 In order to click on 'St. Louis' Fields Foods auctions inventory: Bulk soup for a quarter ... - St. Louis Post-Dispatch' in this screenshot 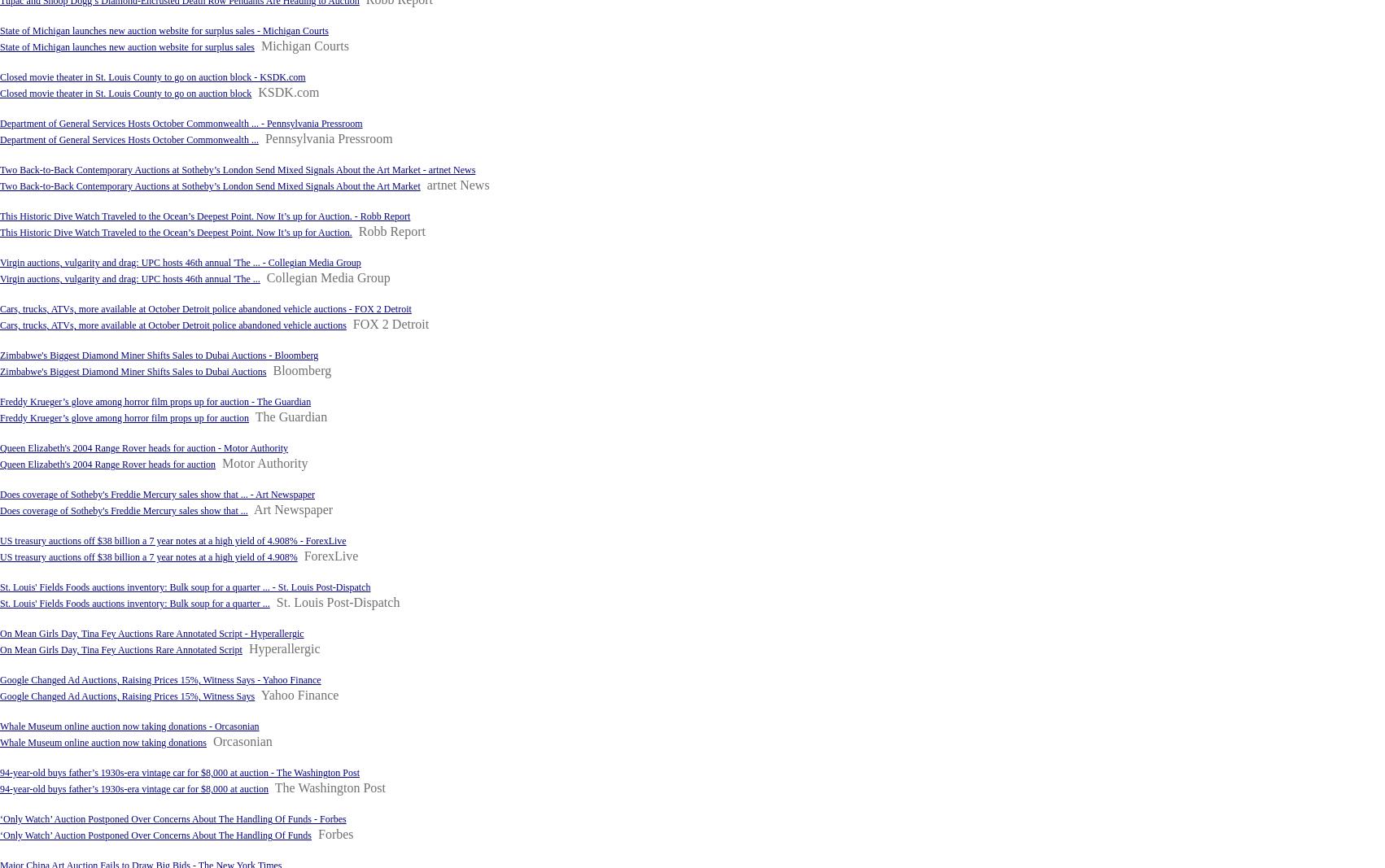, I will do `click(0, 587)`.